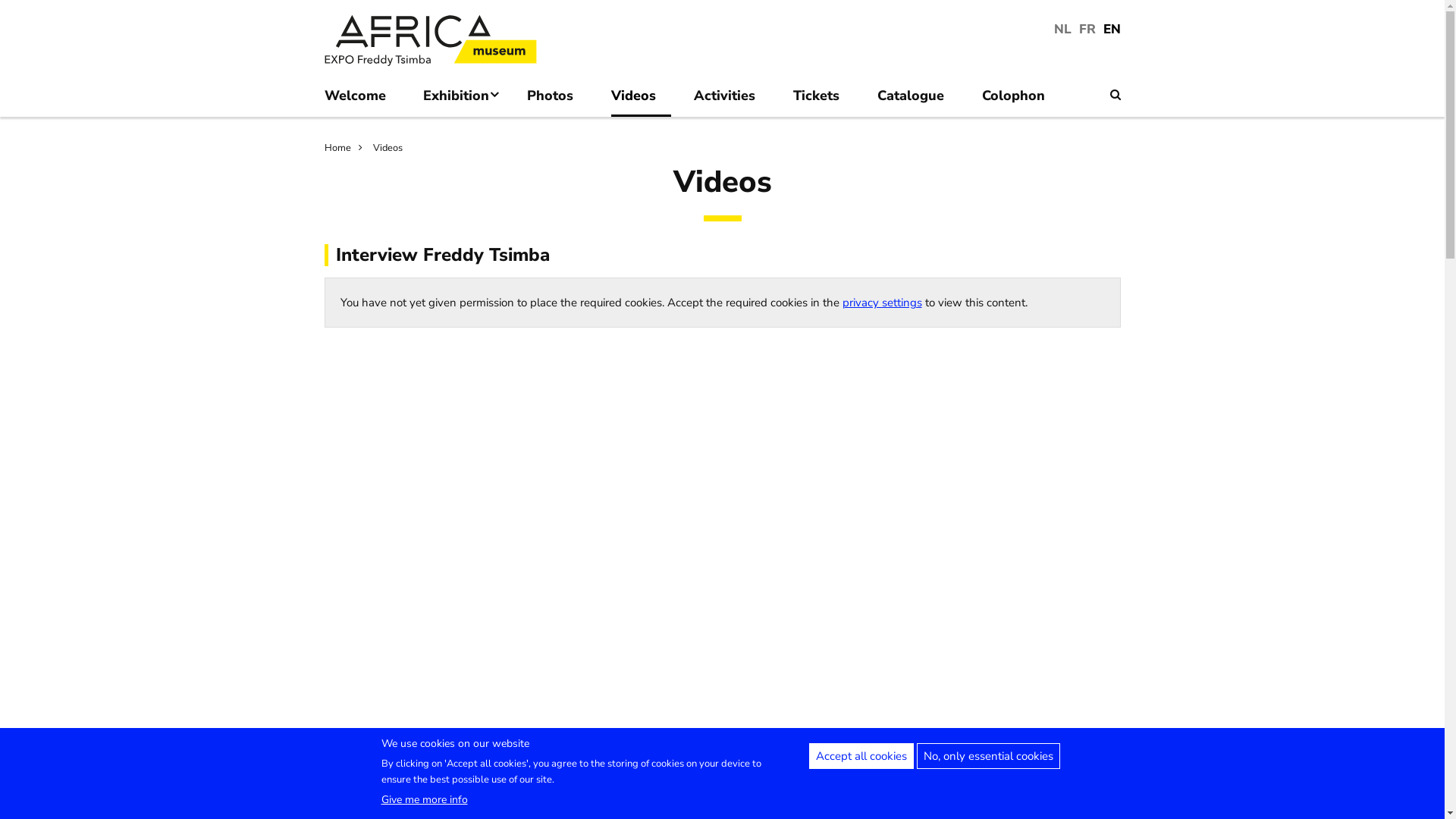 This screenshot has height=819, width=1456. Describe the element at coordinates (372, 148) in the screenshot. I see `'Videos'` at that location.